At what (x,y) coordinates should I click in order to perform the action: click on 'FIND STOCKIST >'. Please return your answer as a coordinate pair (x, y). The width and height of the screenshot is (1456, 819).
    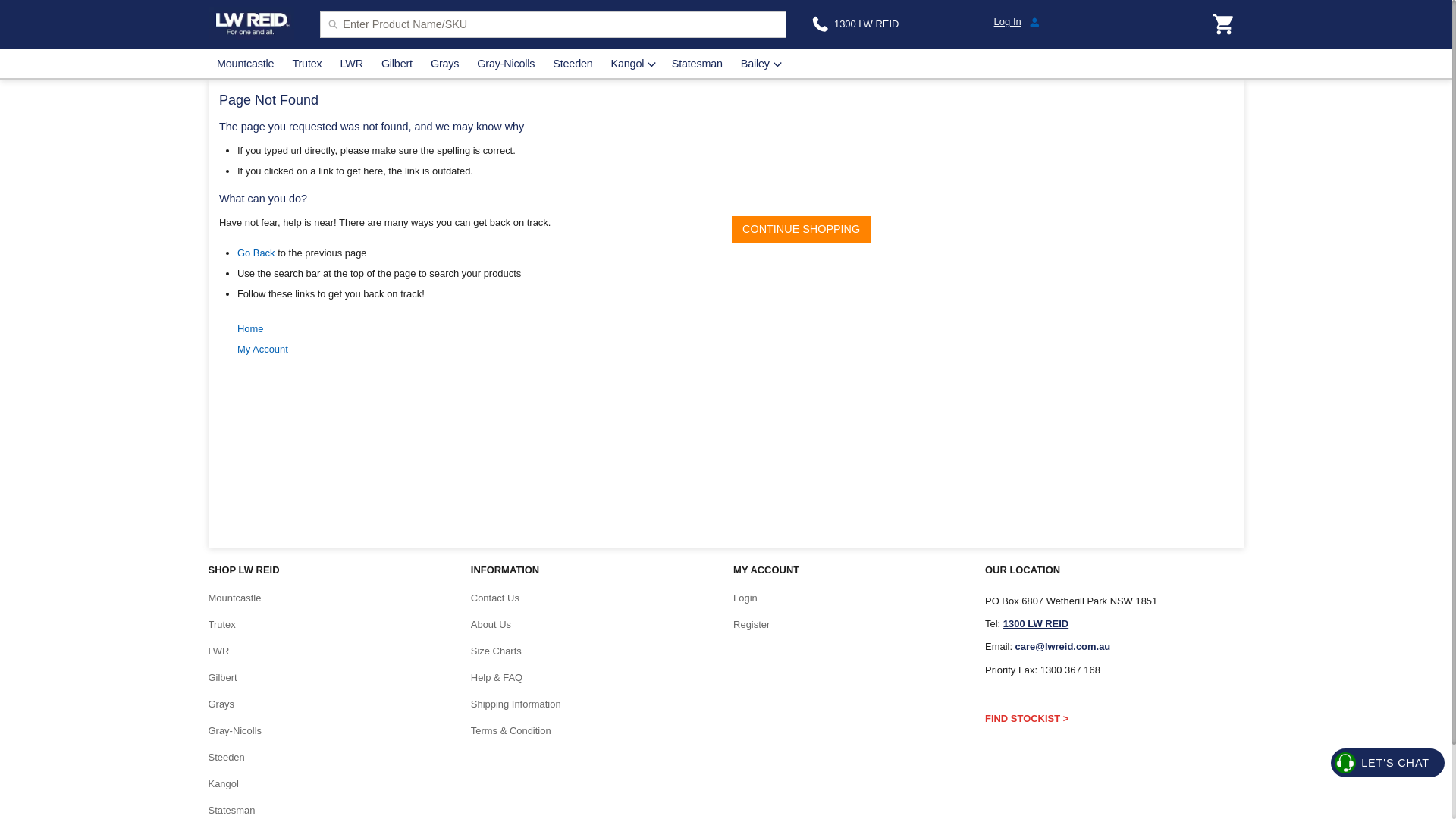
    Looking at the image, I should click on (1026, 717).